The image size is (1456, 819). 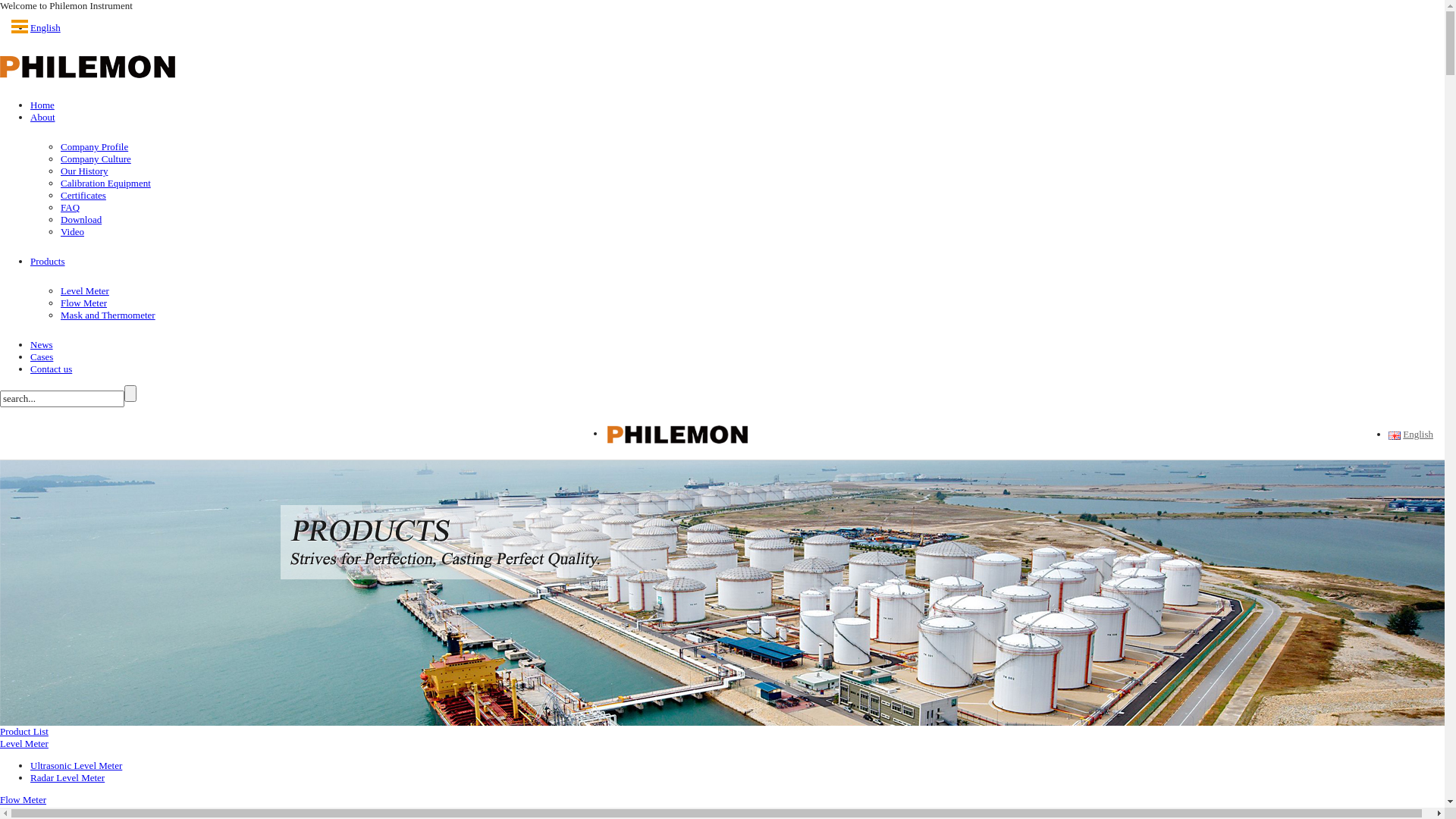 What do you see at coordinates (24, 742) in the screenshot?
I see `'Level Meter'` at bounding box center [24, 742].